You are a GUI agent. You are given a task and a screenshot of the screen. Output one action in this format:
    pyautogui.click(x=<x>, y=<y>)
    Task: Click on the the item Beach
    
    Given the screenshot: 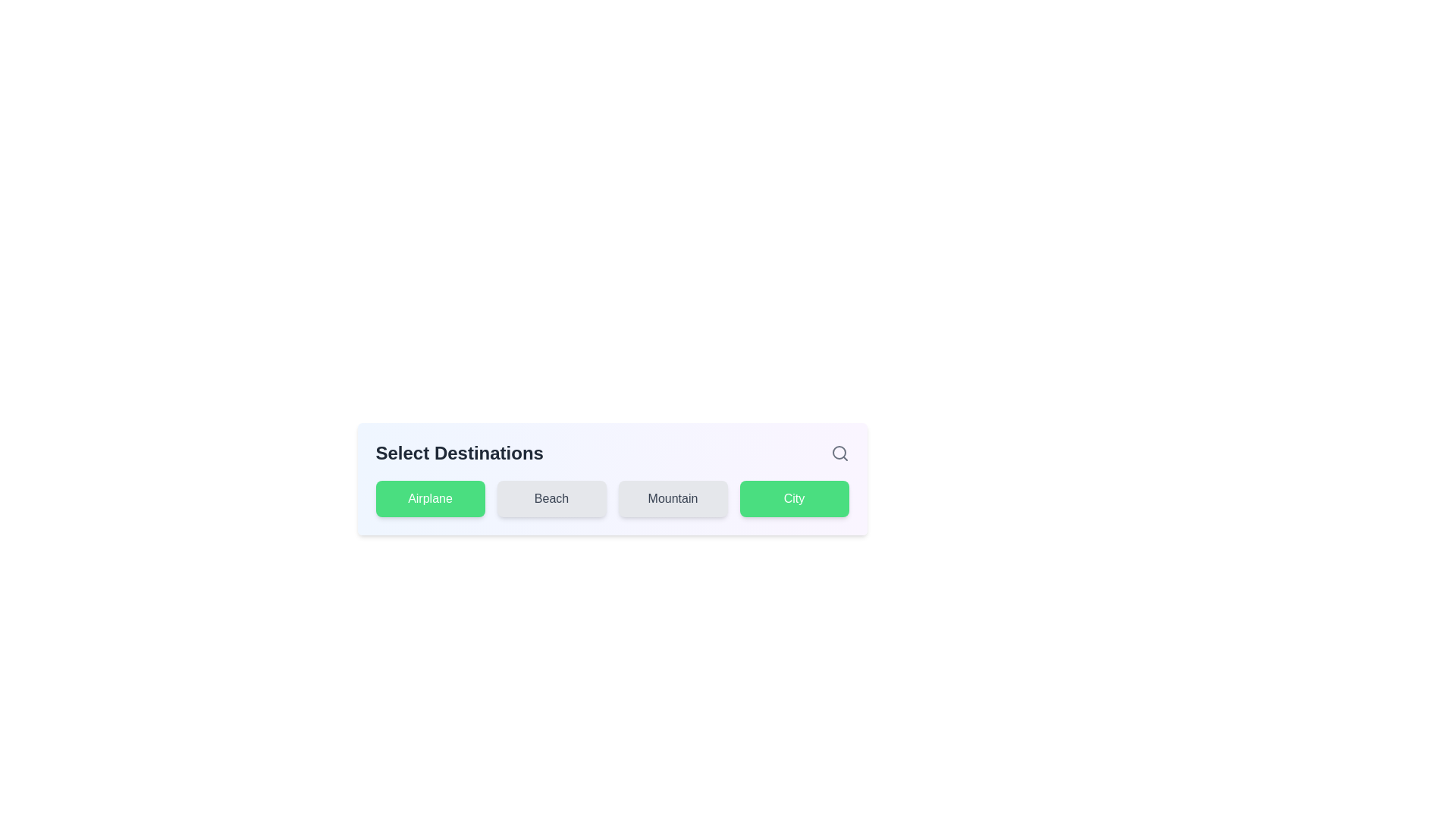 What is the action you would take?
    pyautogui.click(x=551, y=499)
    